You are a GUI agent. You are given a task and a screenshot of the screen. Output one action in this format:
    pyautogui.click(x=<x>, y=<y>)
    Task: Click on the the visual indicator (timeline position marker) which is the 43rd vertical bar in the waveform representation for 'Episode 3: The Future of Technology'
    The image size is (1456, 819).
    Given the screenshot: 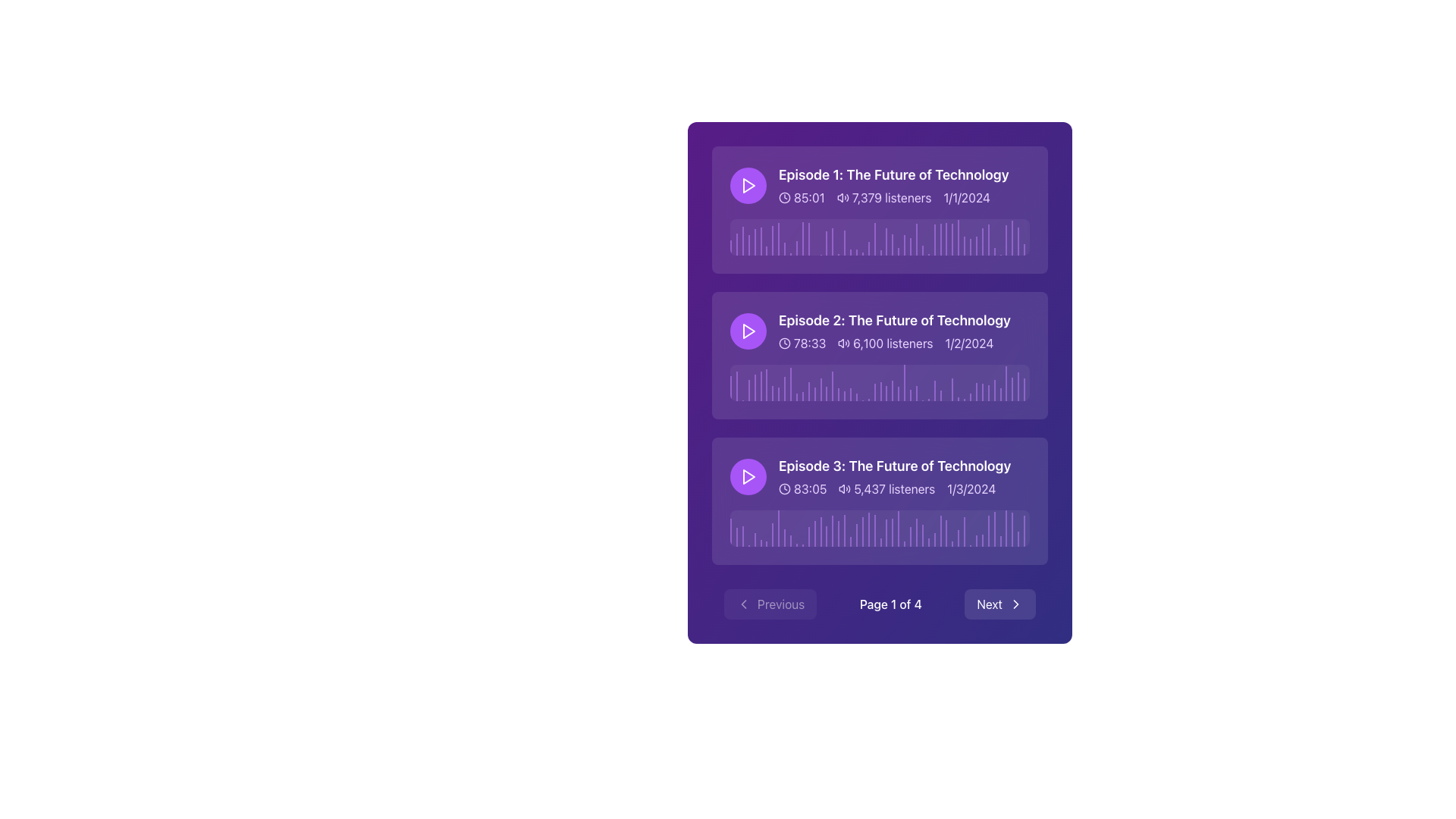 What is the action you would take?
    pyautogui.click(x=982, y=540)
    